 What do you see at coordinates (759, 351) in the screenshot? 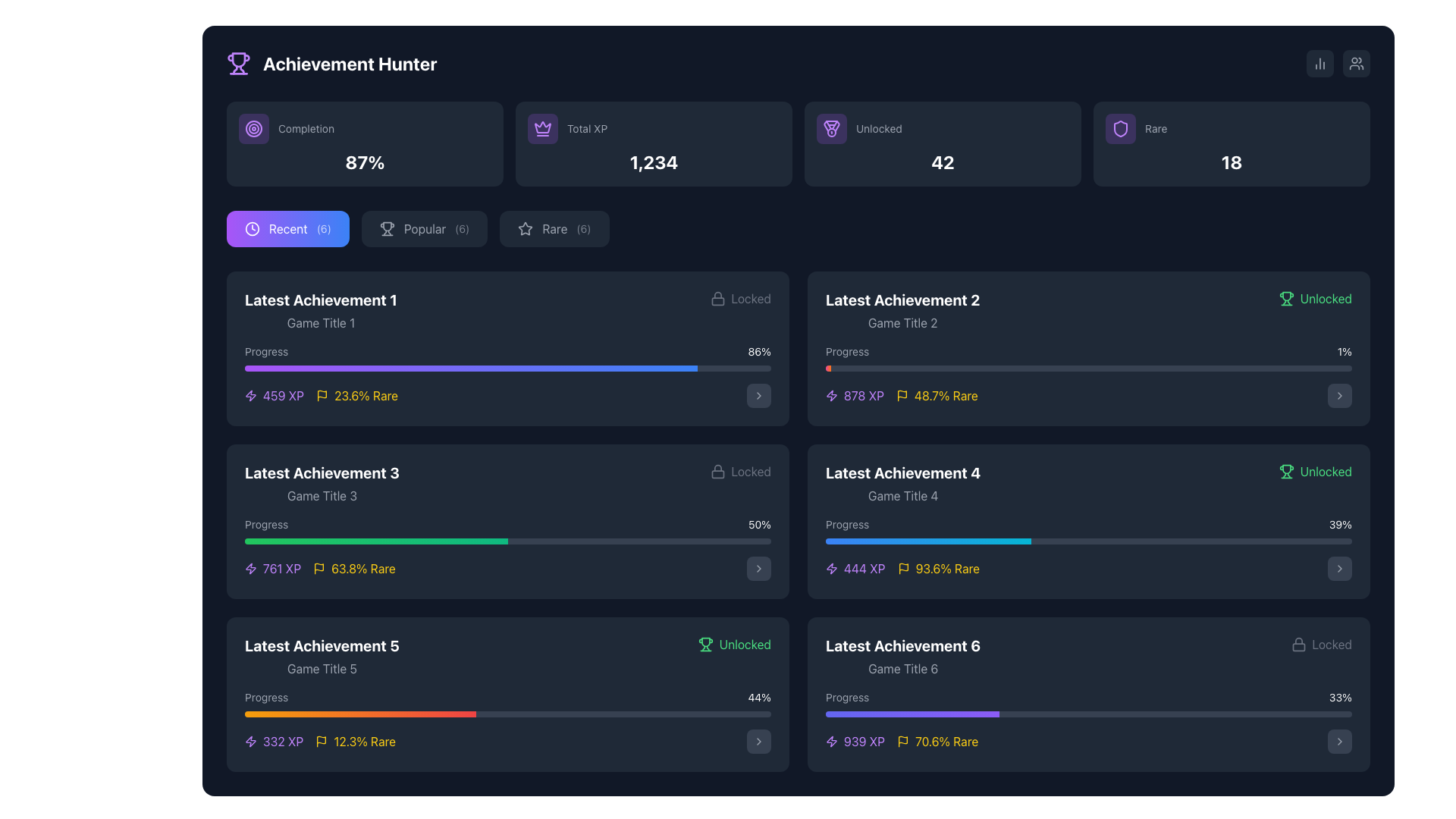
I see `the text label displaying '86%' in white font, located in the 'Latest Achievement 1' section, to the right of the purple progress bar` at bounding box center [759, 351].